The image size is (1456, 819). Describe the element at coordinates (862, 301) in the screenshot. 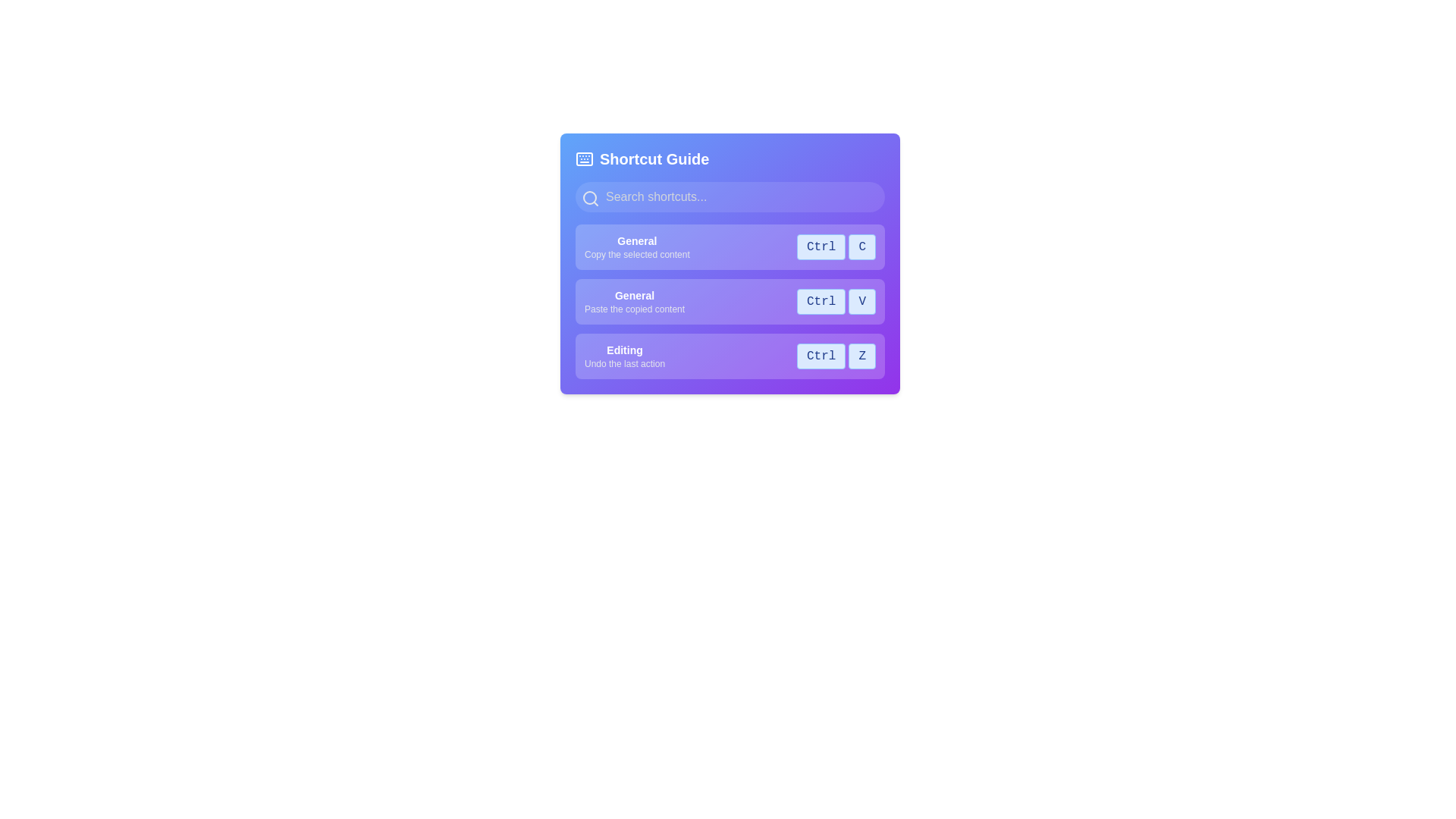

I see `the static visual label with a light blue background and dark blue 'V' text, located to the right of the 'Ctrl' button in the shortcut guide interface` at that location.